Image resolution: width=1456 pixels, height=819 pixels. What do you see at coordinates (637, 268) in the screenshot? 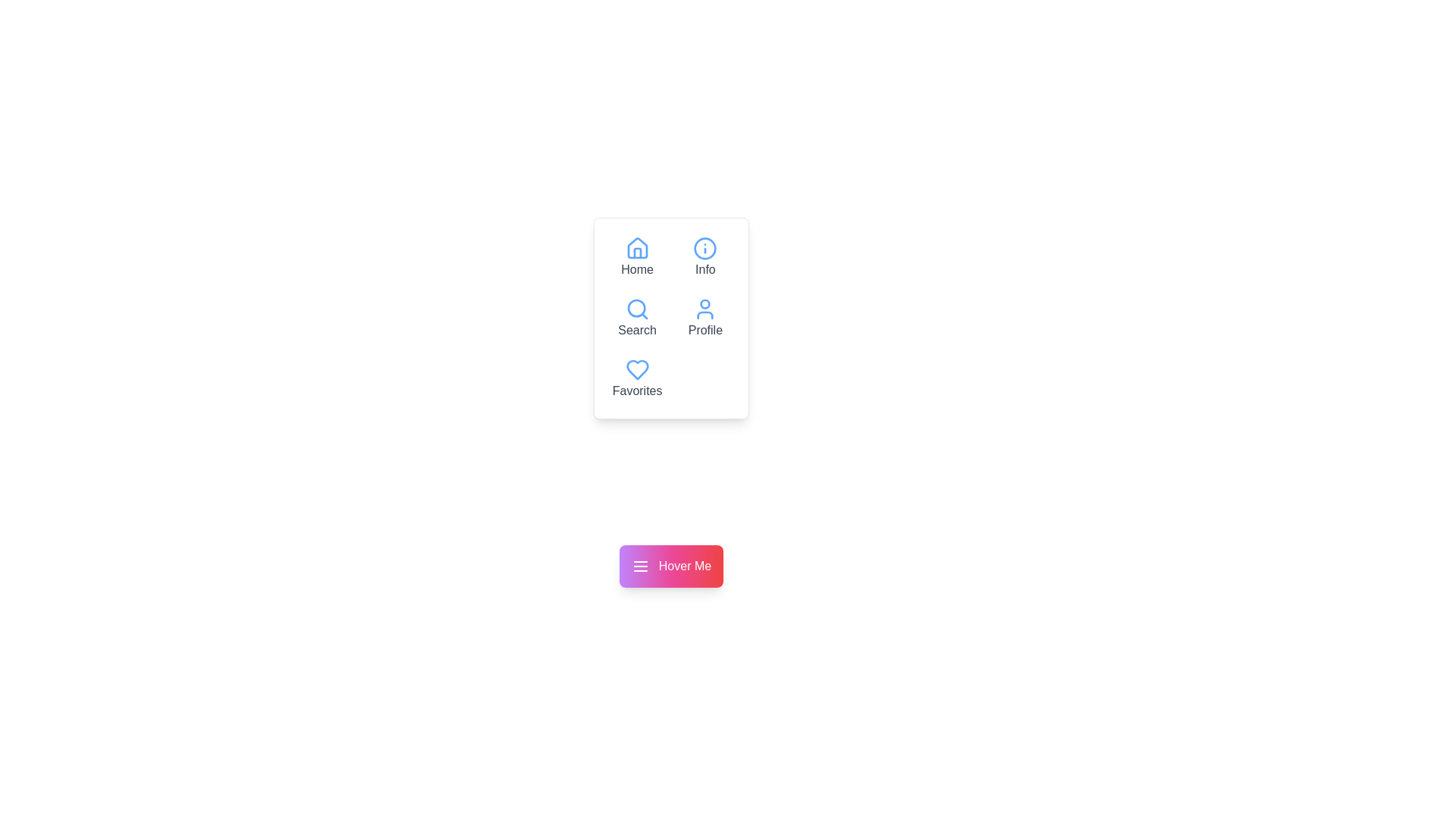
I see `the 'Home' text label, which is displayed in gray and positioned below the house icon in a minimalistic user interface` at bounding box center [637, 268].